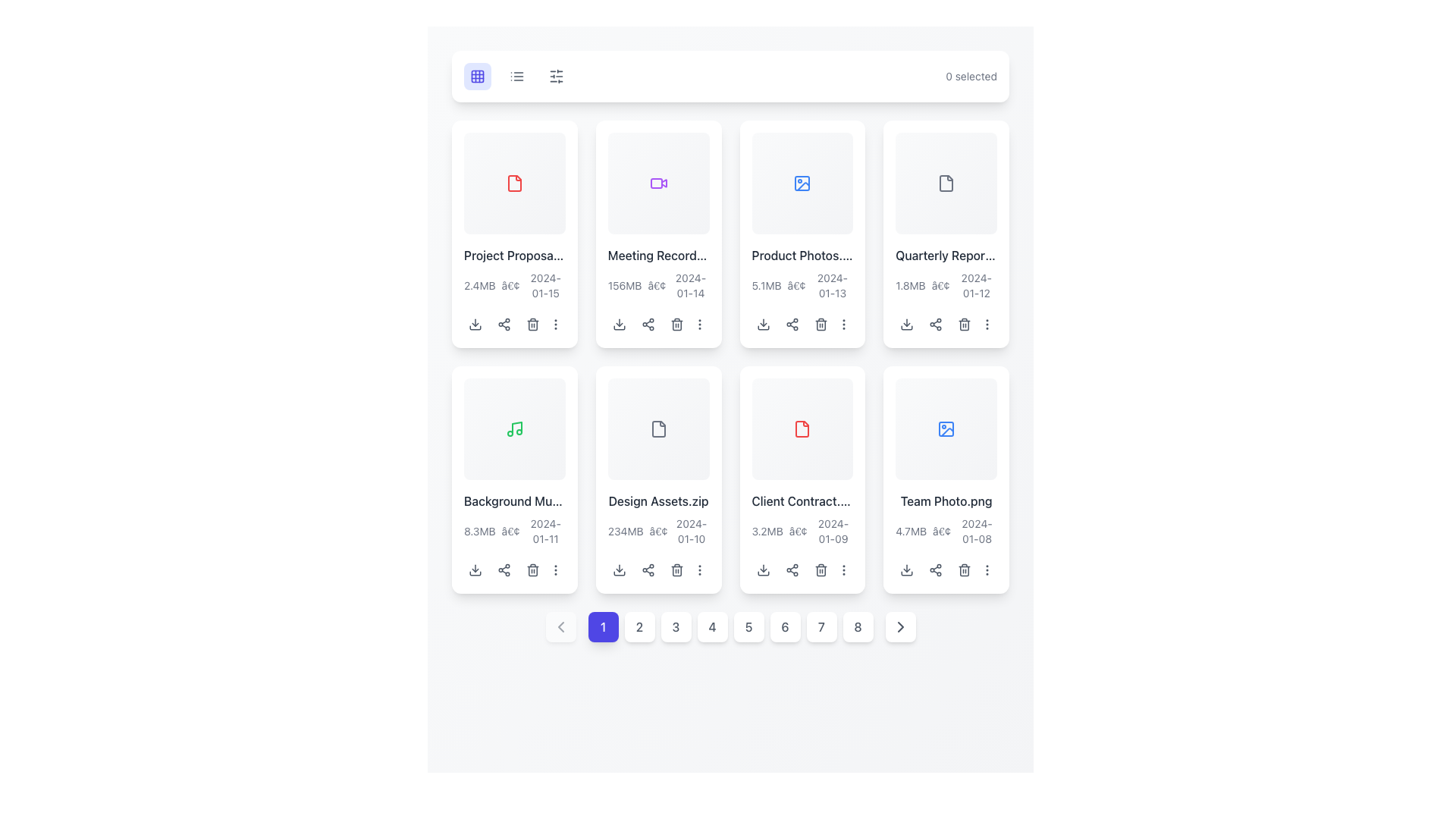 The image size is (1456, 819). What do you see at coordinates (514, 428) in the screenshot?
I see `the music file icon located in the second row and first column of the grid layout` at bounding box center [514, 428].